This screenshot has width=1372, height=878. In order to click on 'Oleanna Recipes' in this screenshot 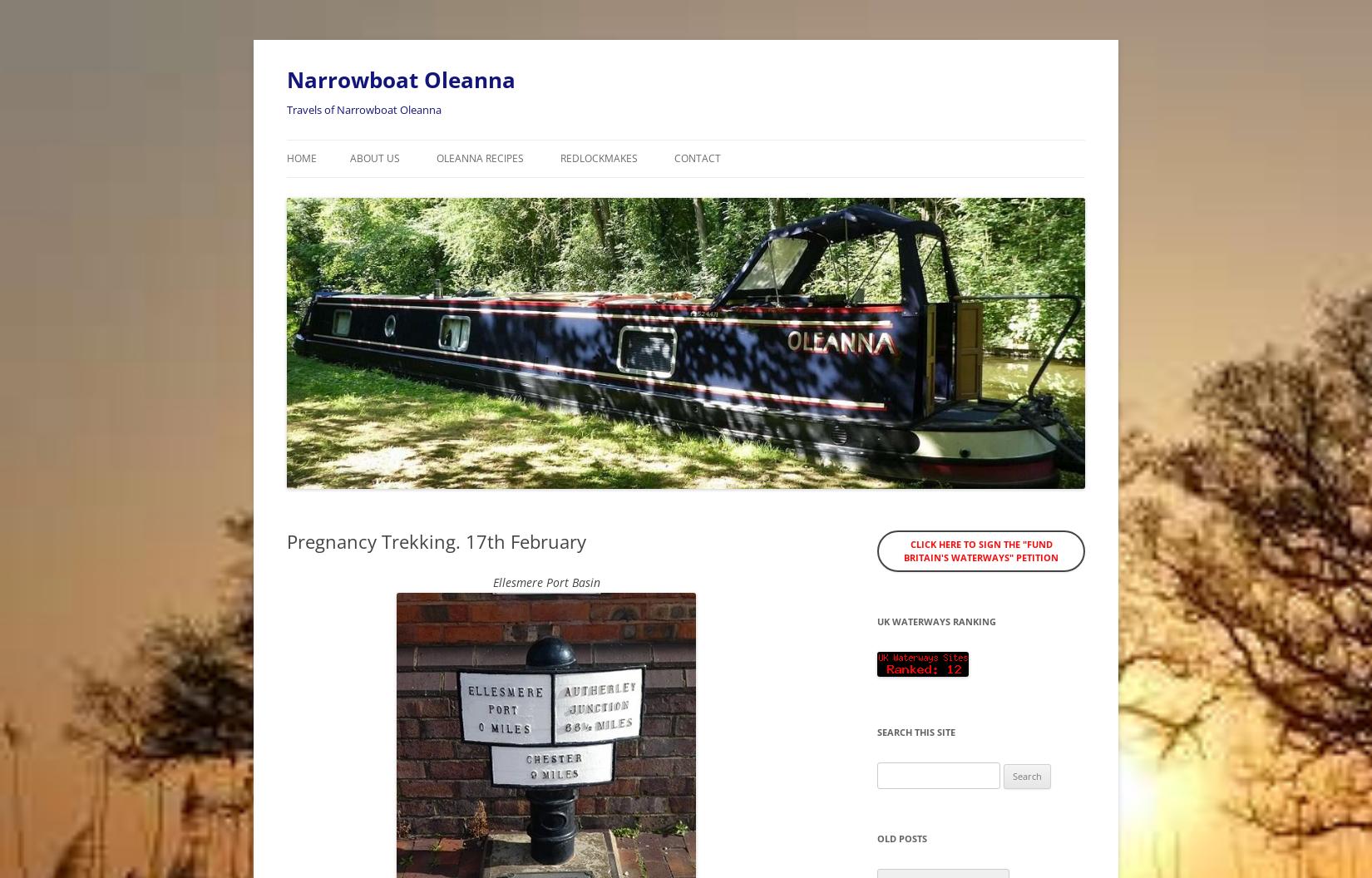, I will do `click(436, 158)`.